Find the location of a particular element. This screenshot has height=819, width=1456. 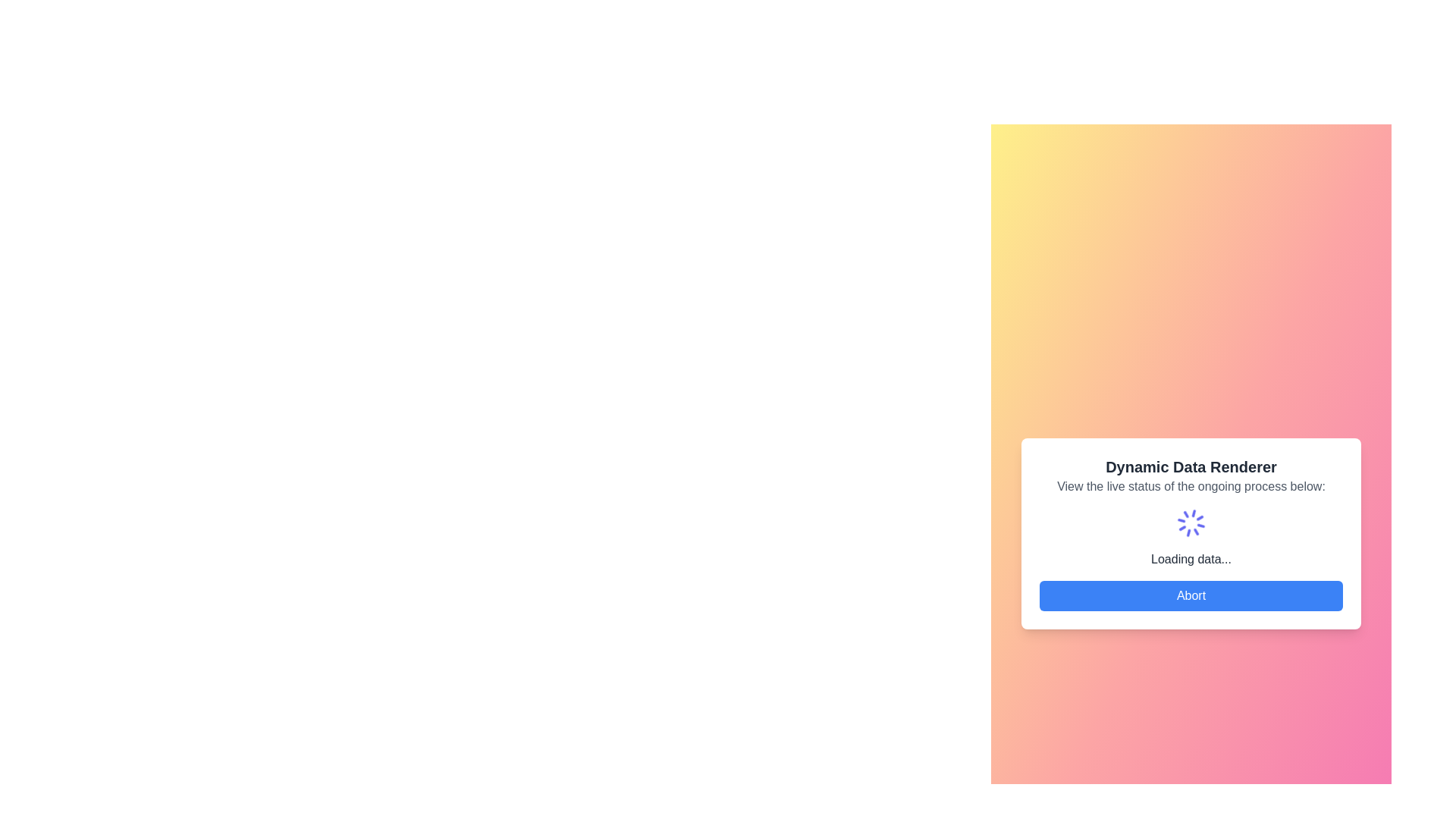

the loading animation of the loading indicator located in the second section of the panel titled 'Dynamic Data Renderer', positioned between the descriptive text and the 'Abort' button is located at coordinates (1190, 537).